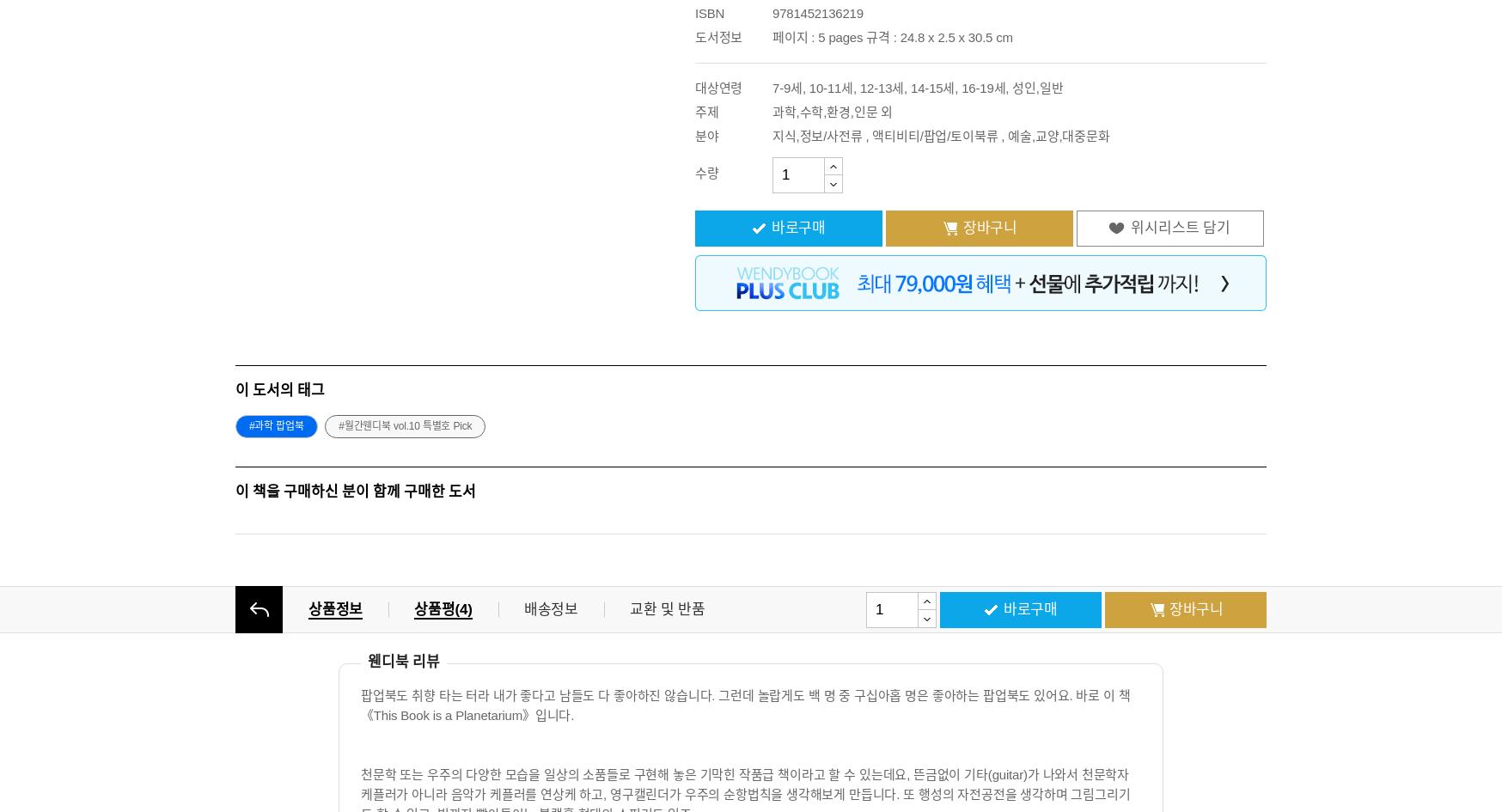 The image size is (1502, 812). I want to click on '지식,정보/사전류', so click(817, 136).